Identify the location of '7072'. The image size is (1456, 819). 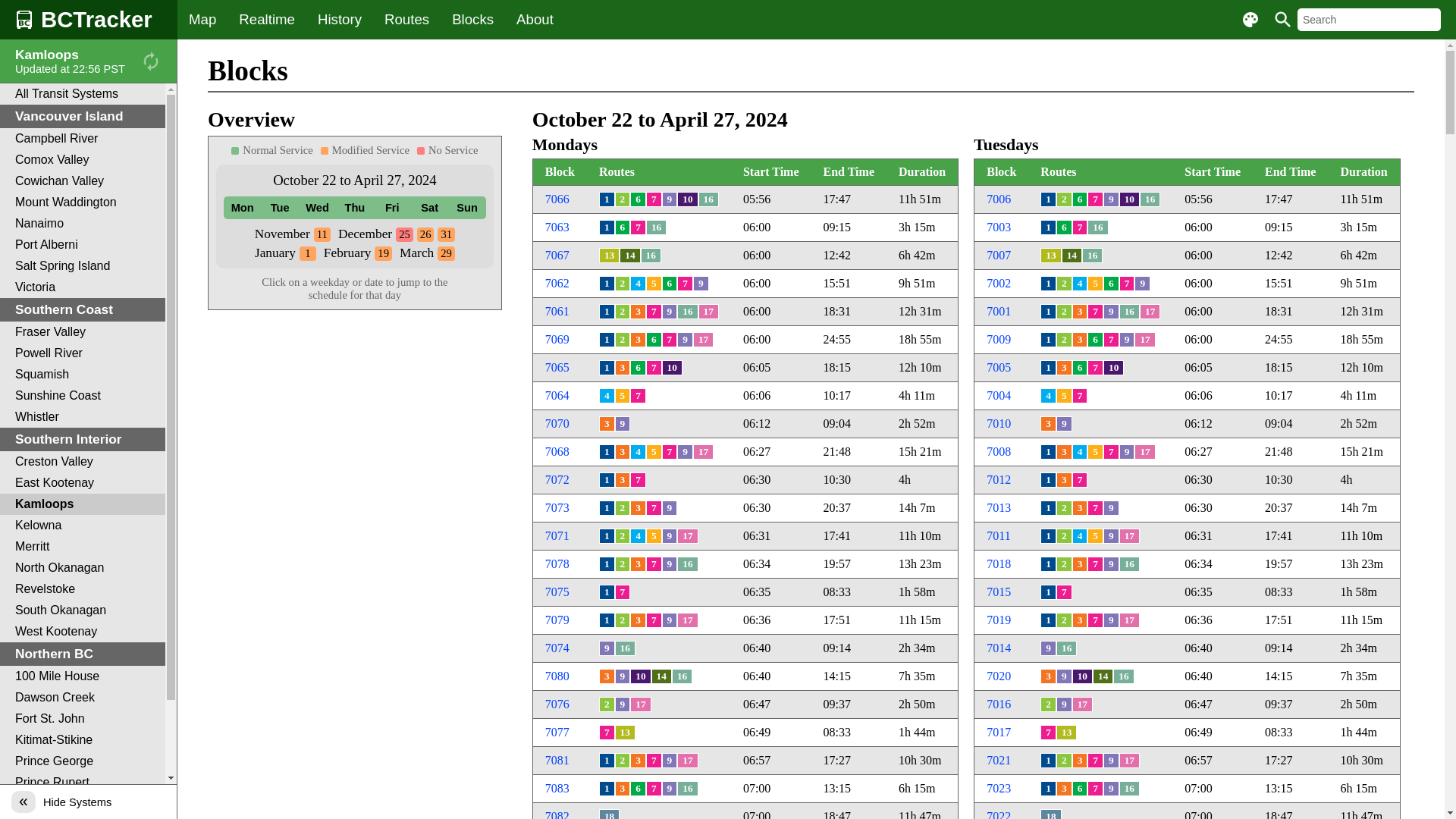
(556, 479).